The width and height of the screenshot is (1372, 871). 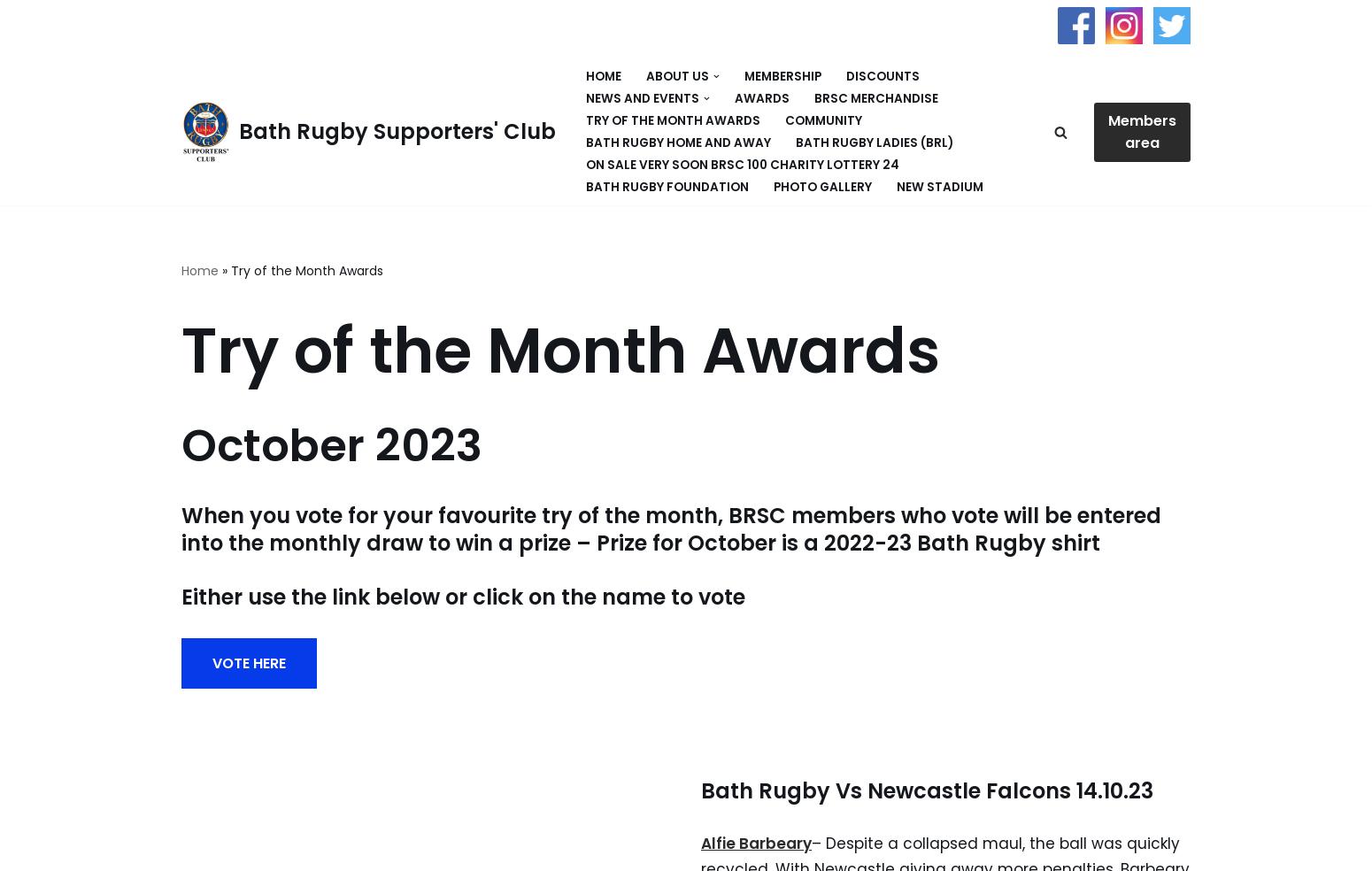 I want to click on 'Newsletter Specials', so click(x=623, y=208).